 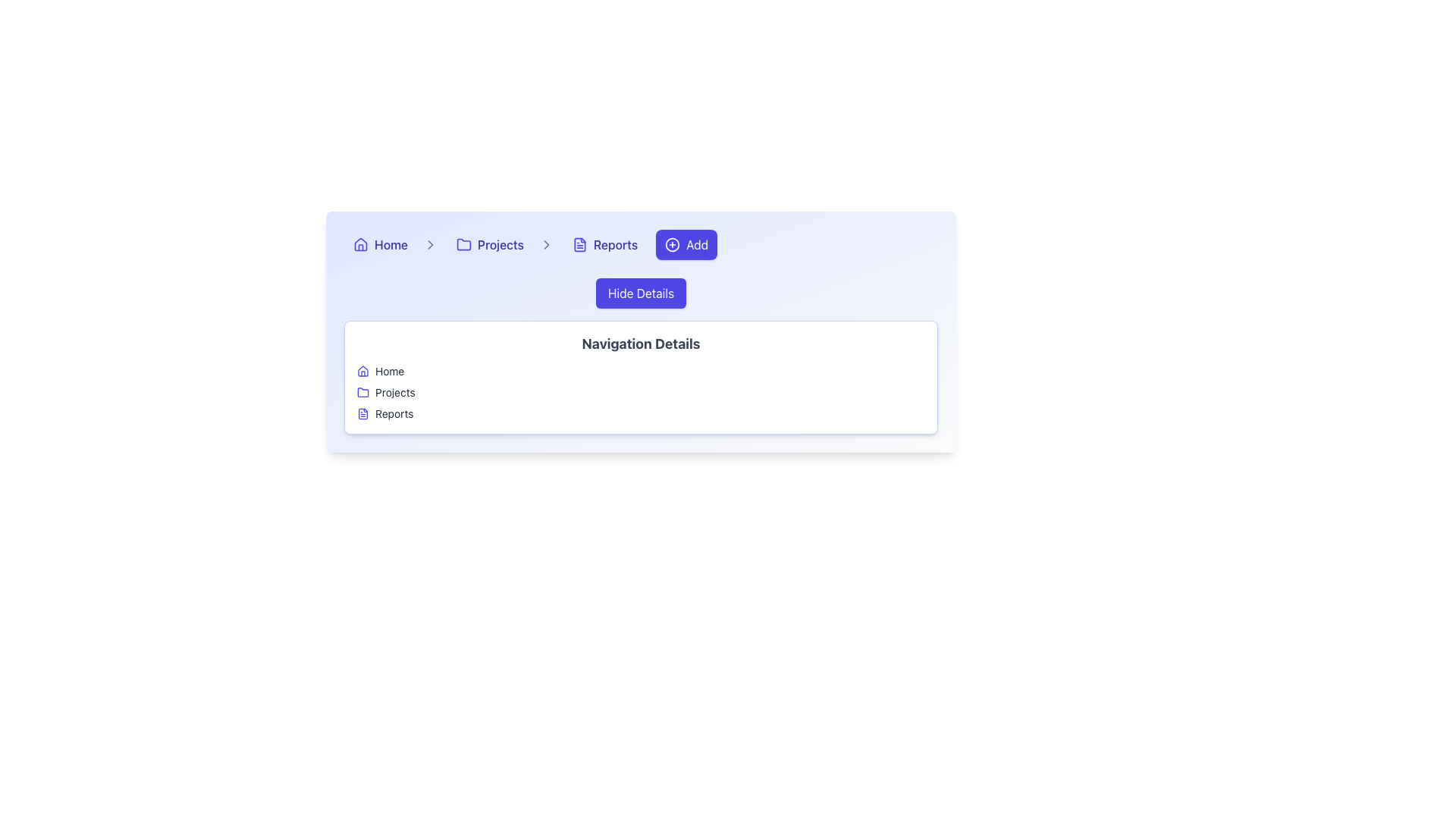 What do you see at coordinates (500, 244) in the screenshot?
I see `the 'Projects' navigation link, which is styled with a sans-serif font and includes a folder icon on the left and a chevron symbol on the right` at bounding box center [500, 244].